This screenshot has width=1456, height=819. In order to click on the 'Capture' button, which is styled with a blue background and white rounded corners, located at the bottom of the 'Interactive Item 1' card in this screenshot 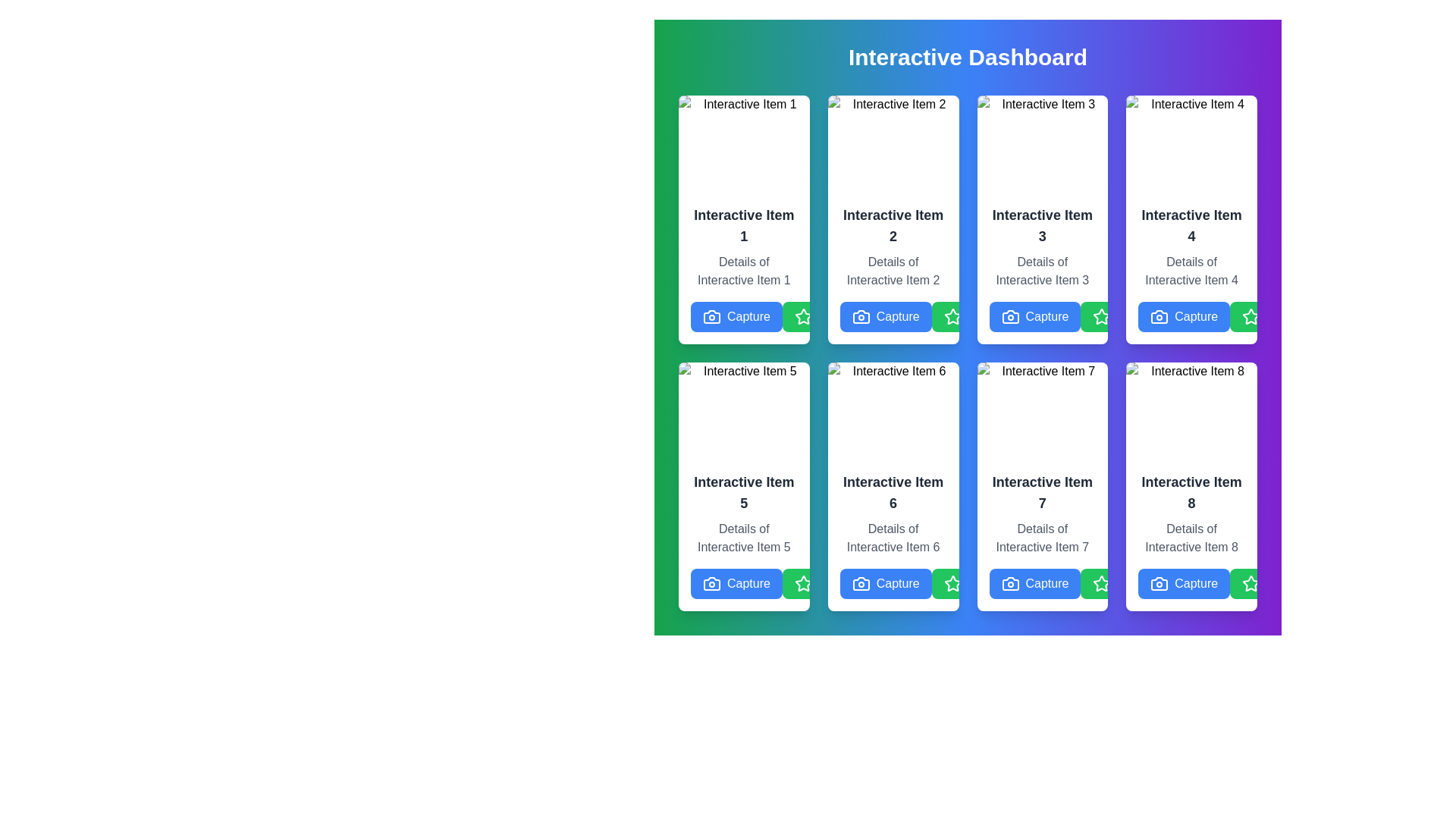, I will do `click(744, 315)`.